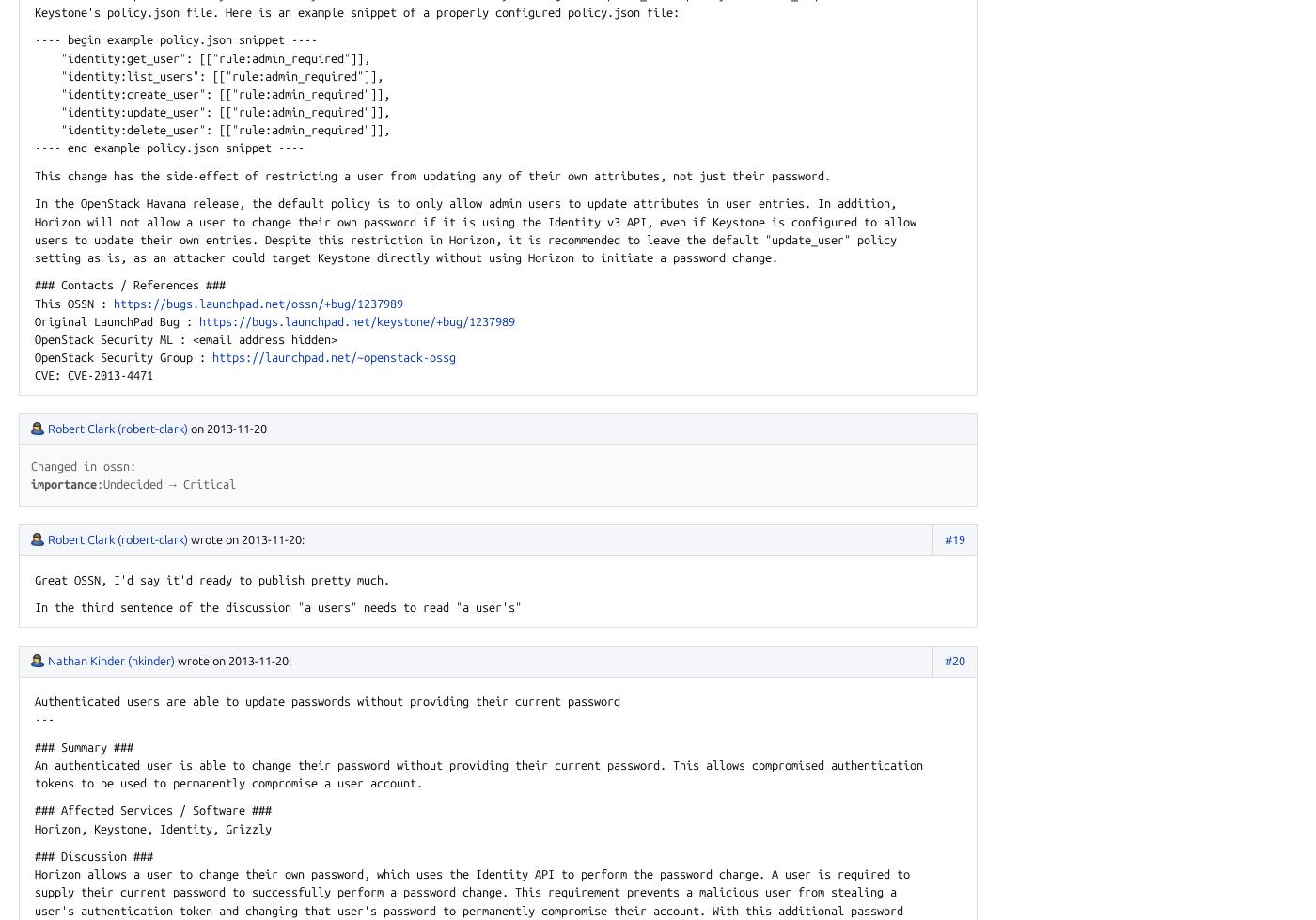 The width and height of the screenshot is (1316, 920). I want to click on '/launchpad.', so click(258, 357).